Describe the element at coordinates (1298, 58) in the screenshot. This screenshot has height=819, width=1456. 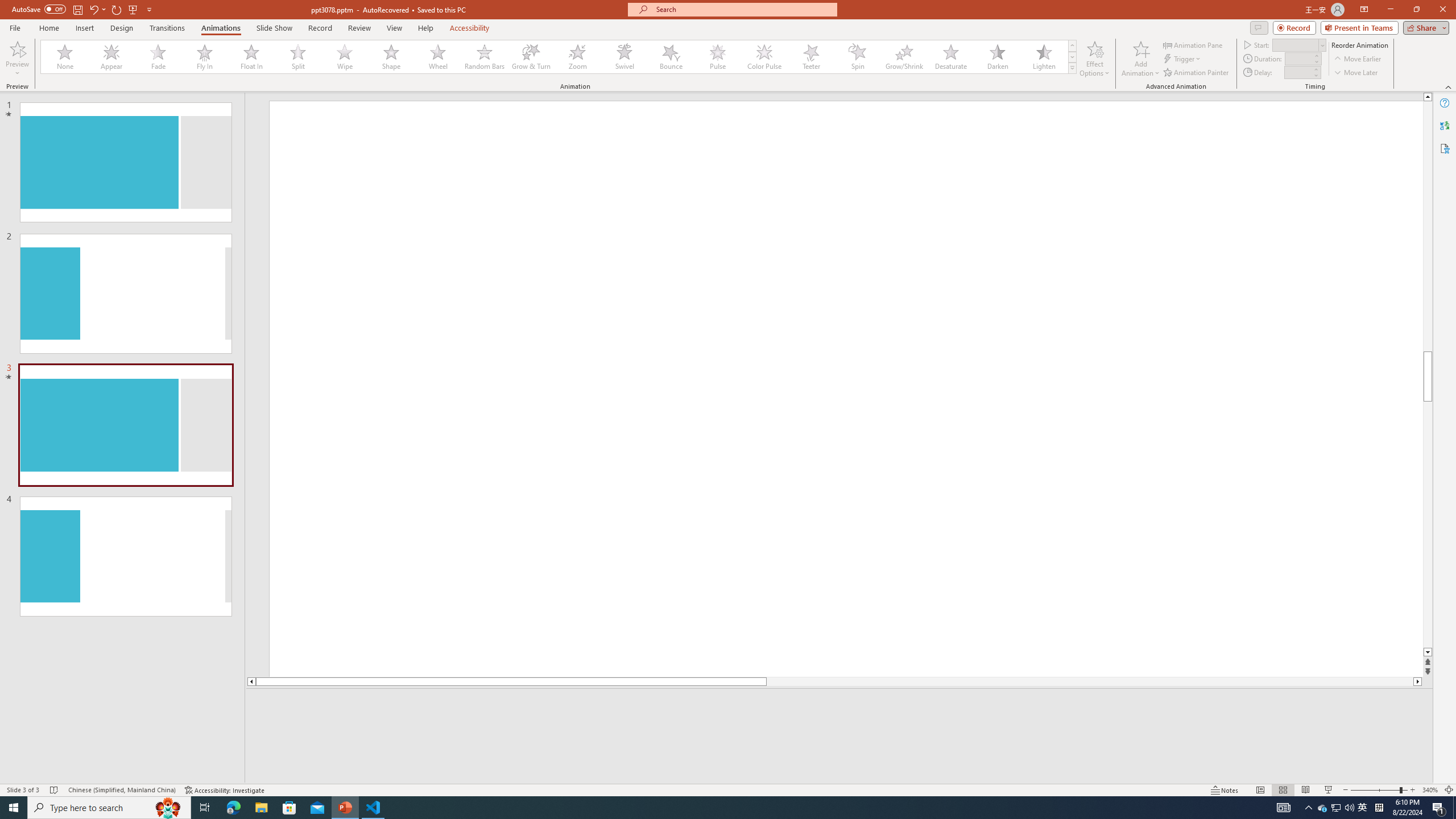
I see `'Animation Duration'` at that location.